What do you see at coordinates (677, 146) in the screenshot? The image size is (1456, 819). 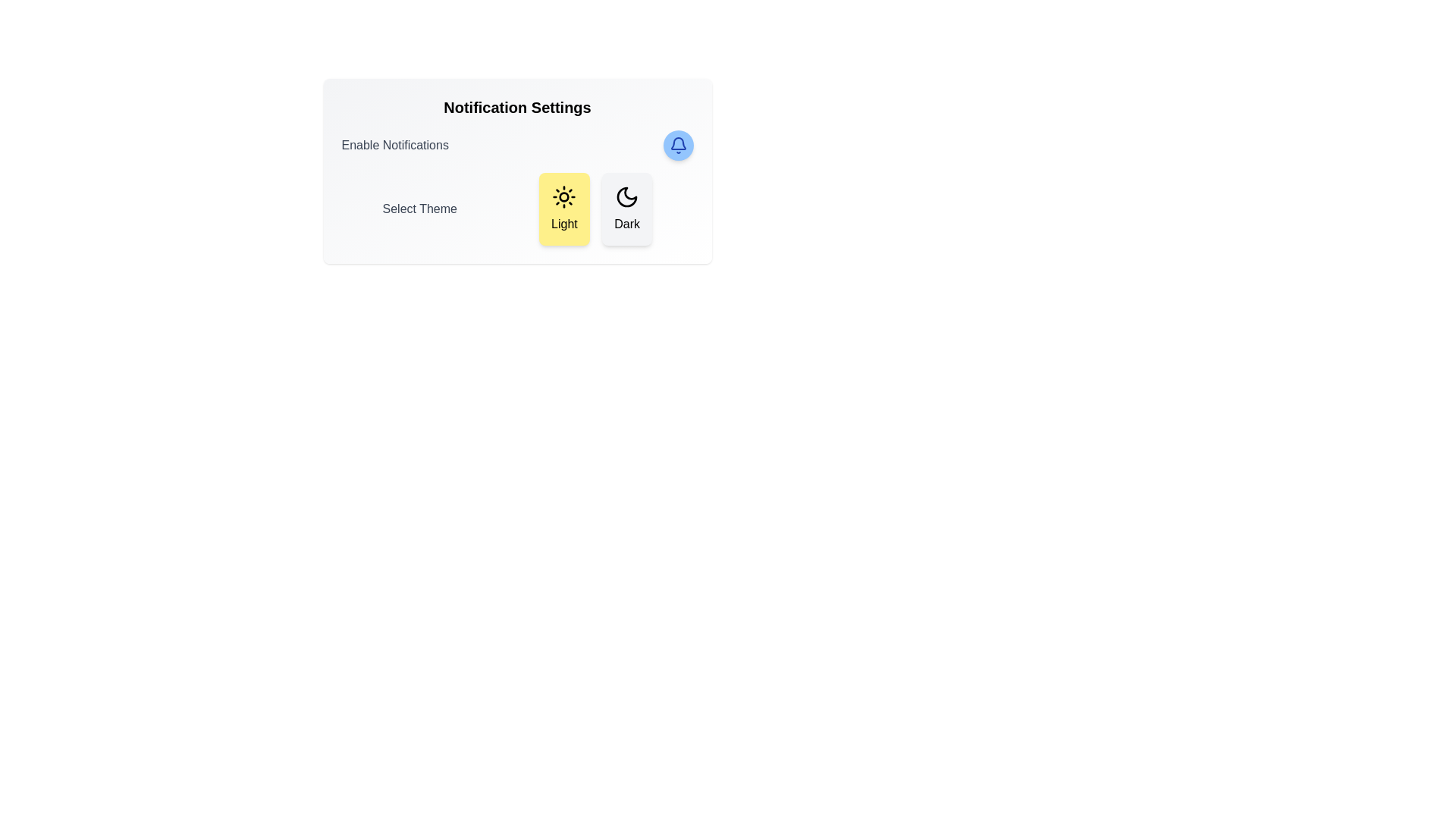 I see `the bell icon to toggle the notification status` at bounding box center [677, 146].